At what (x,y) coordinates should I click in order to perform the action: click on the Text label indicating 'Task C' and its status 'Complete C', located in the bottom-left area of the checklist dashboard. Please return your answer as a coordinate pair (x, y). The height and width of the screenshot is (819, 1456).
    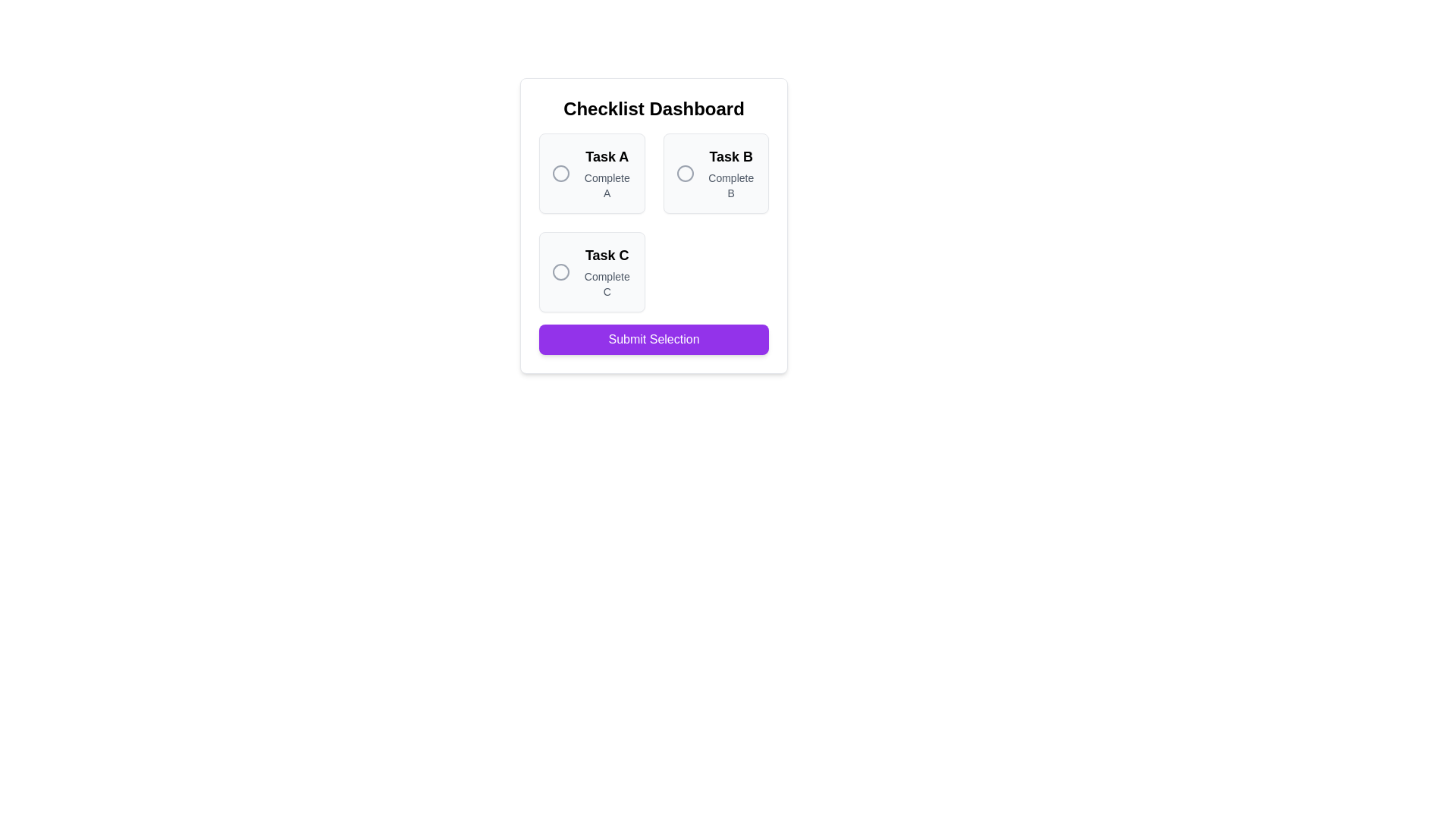
    Looking at the image, I should click on (607, 271).